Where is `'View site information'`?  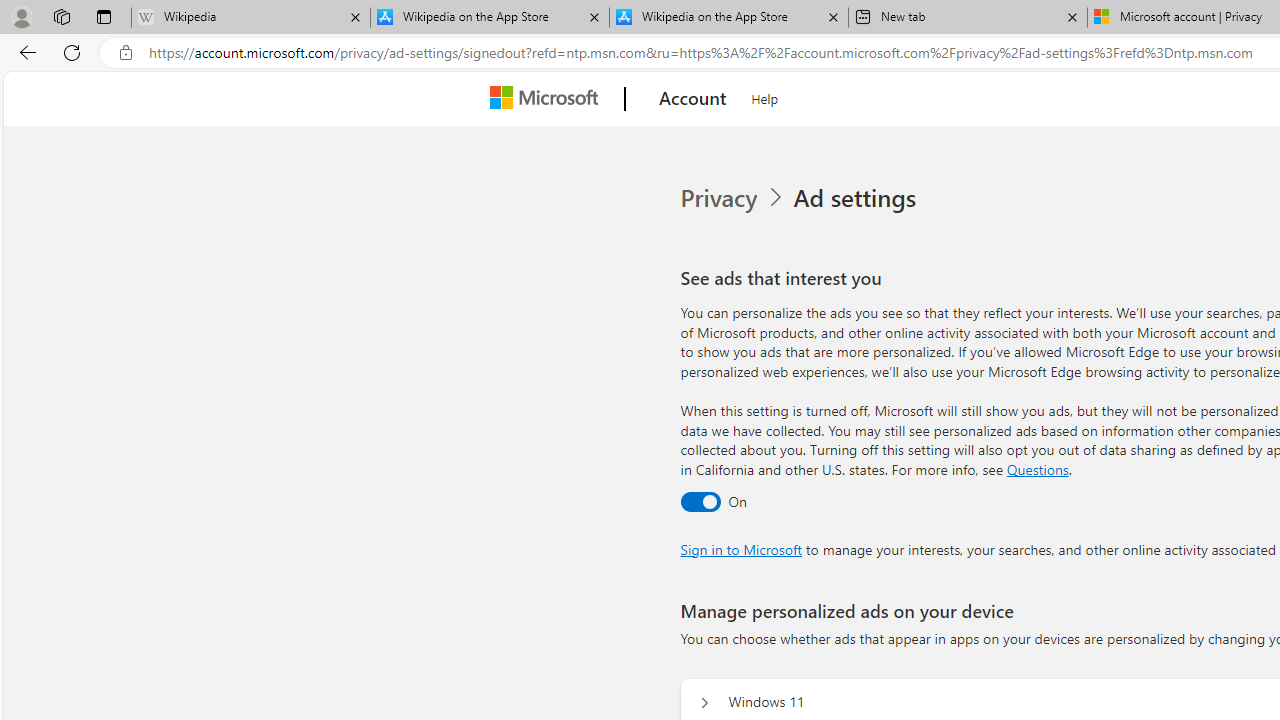
'View site information' is located at coordinates (125, 52).